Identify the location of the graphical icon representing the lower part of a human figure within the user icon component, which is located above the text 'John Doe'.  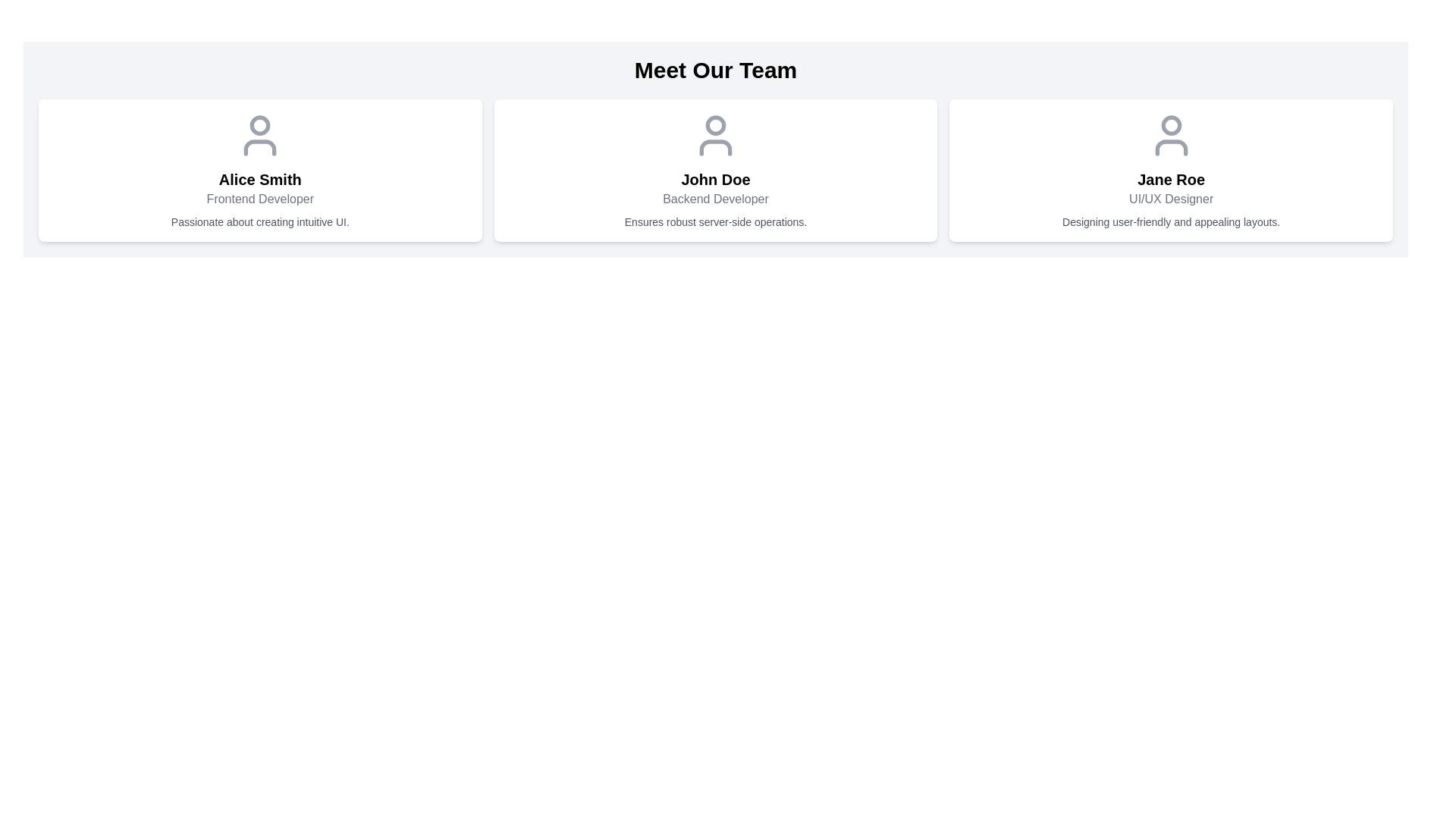
(715, 148).